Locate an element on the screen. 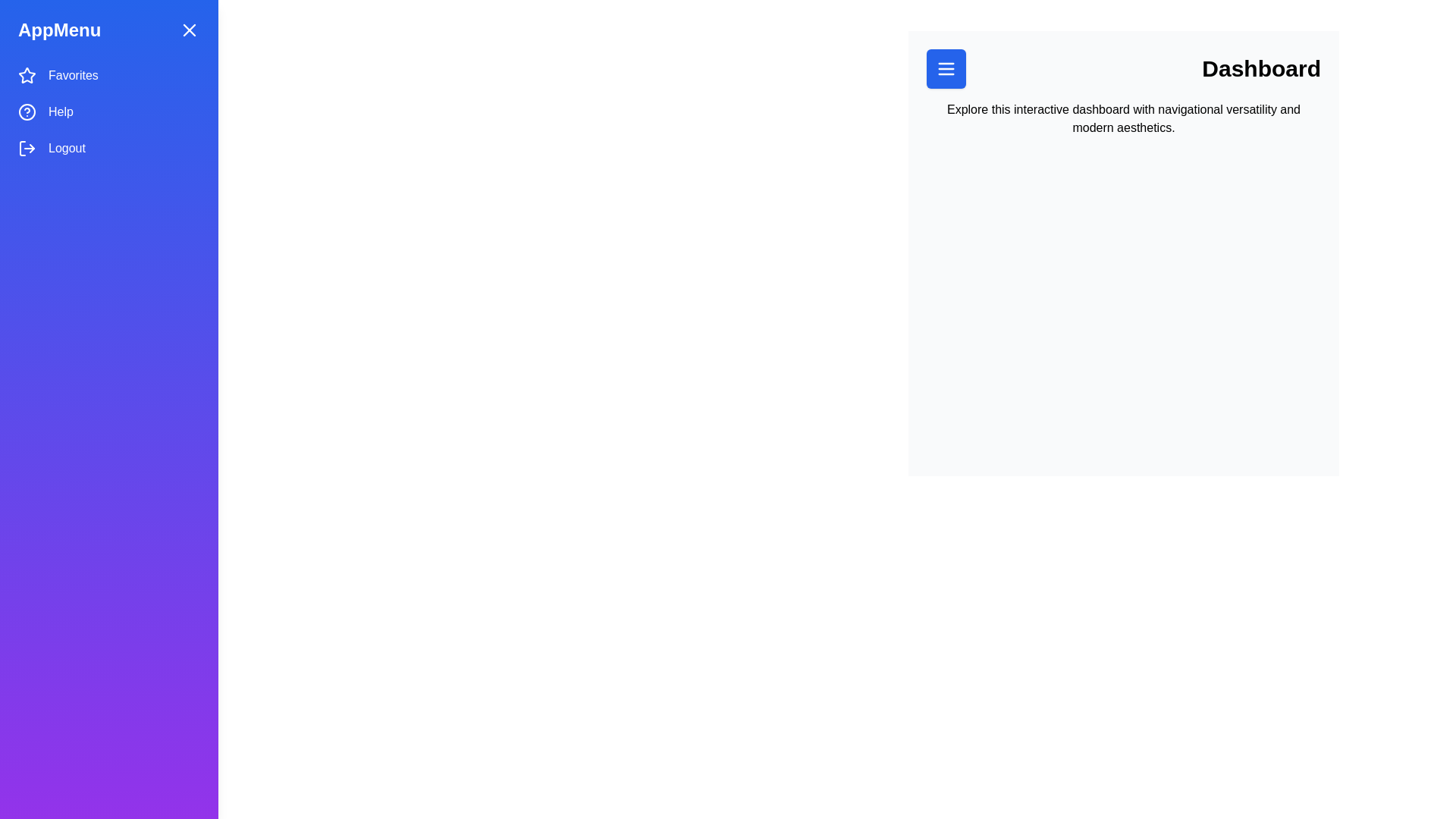  the non-interactive text label that serves as the title of the sidebar menu, located at the top left corner of the sidebar layout is located at coordinates (59, 30).